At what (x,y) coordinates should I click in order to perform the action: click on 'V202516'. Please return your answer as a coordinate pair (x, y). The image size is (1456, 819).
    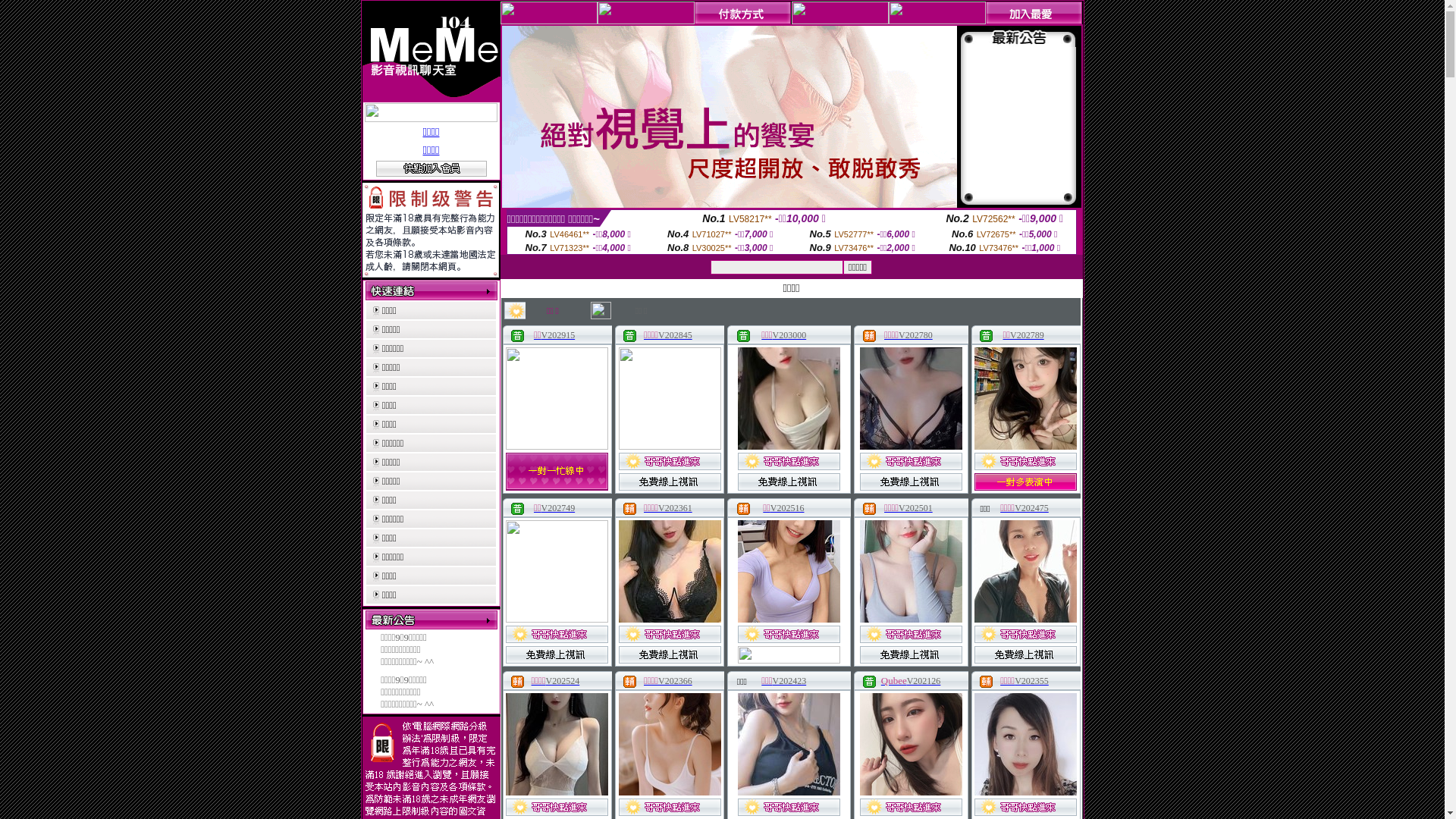
    Looking at the image, I should click on (787, 508).